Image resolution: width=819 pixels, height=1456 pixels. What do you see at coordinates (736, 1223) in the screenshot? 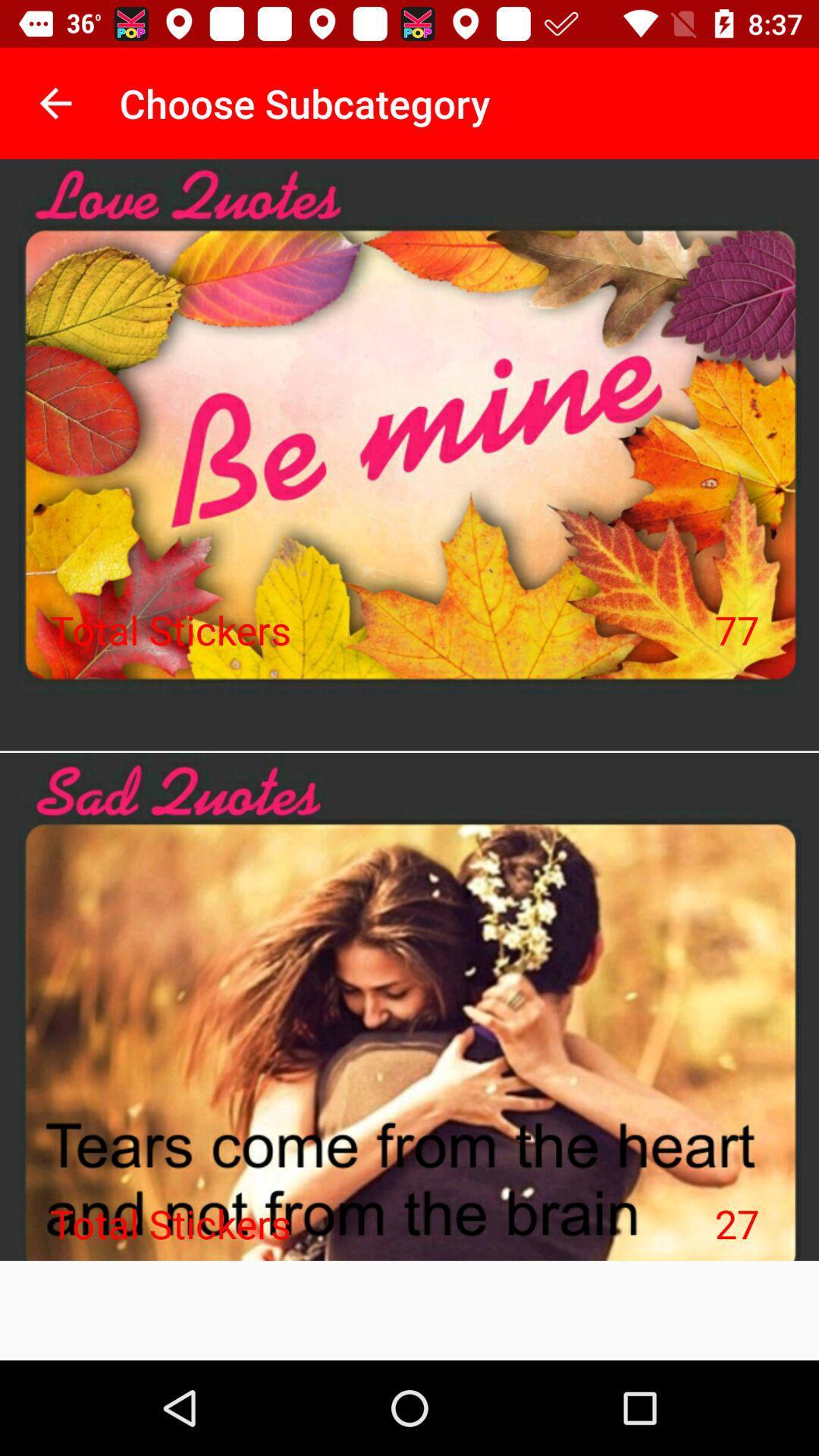
I see `the item next to the total stickers` at bounding box center [736, 1223].